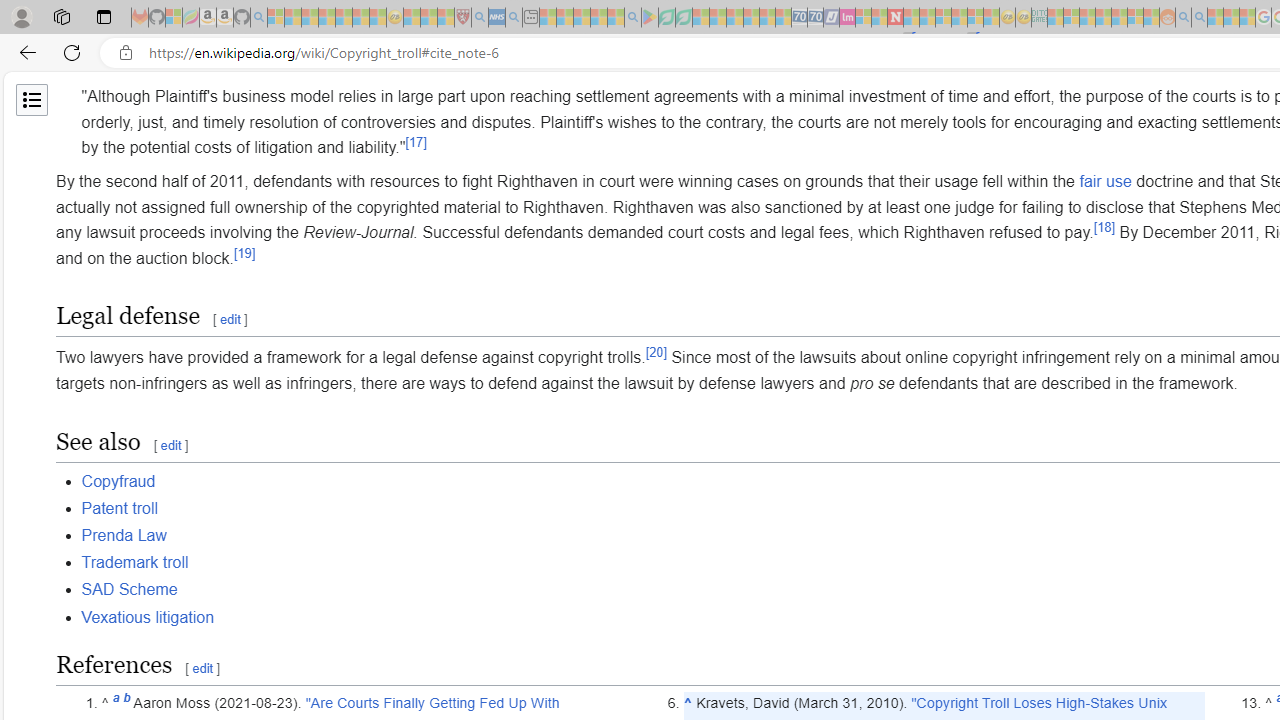 Image resolution: width=1280 pixels, height=720 pixels. I want to click on 'Personal Profile', so click(21, 16).